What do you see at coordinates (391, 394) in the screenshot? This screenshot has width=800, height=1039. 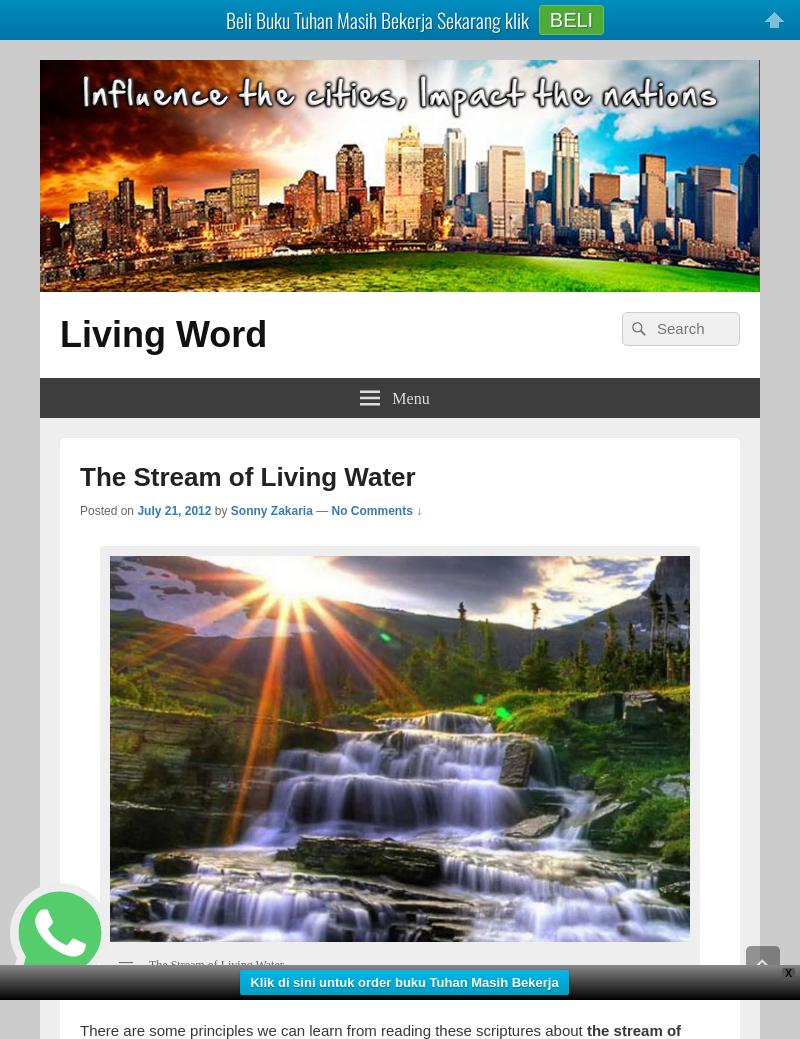 I see `'Menu'` at bounding box center [391, 394].